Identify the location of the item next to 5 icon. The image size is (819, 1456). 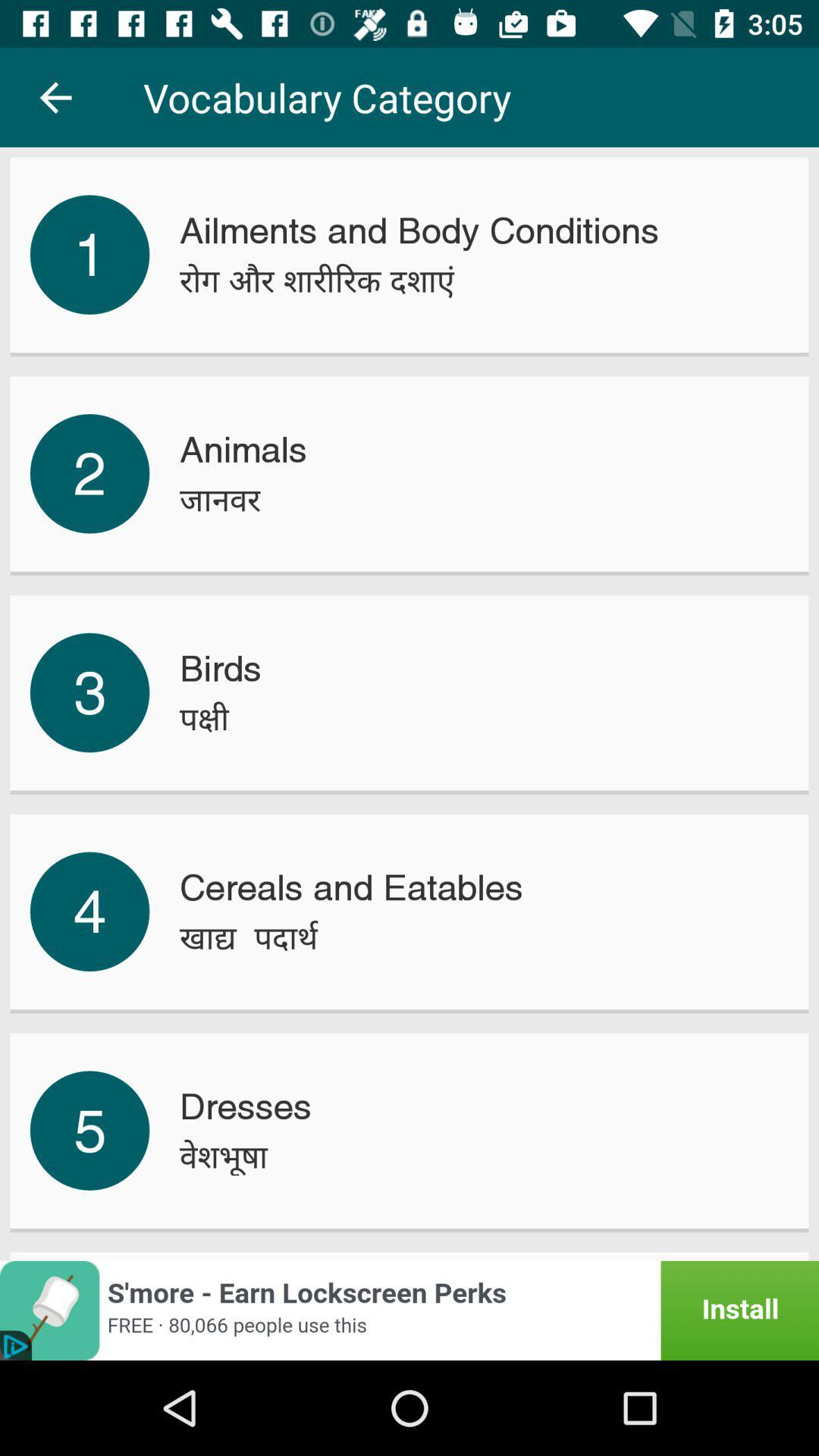
(224, 1156).